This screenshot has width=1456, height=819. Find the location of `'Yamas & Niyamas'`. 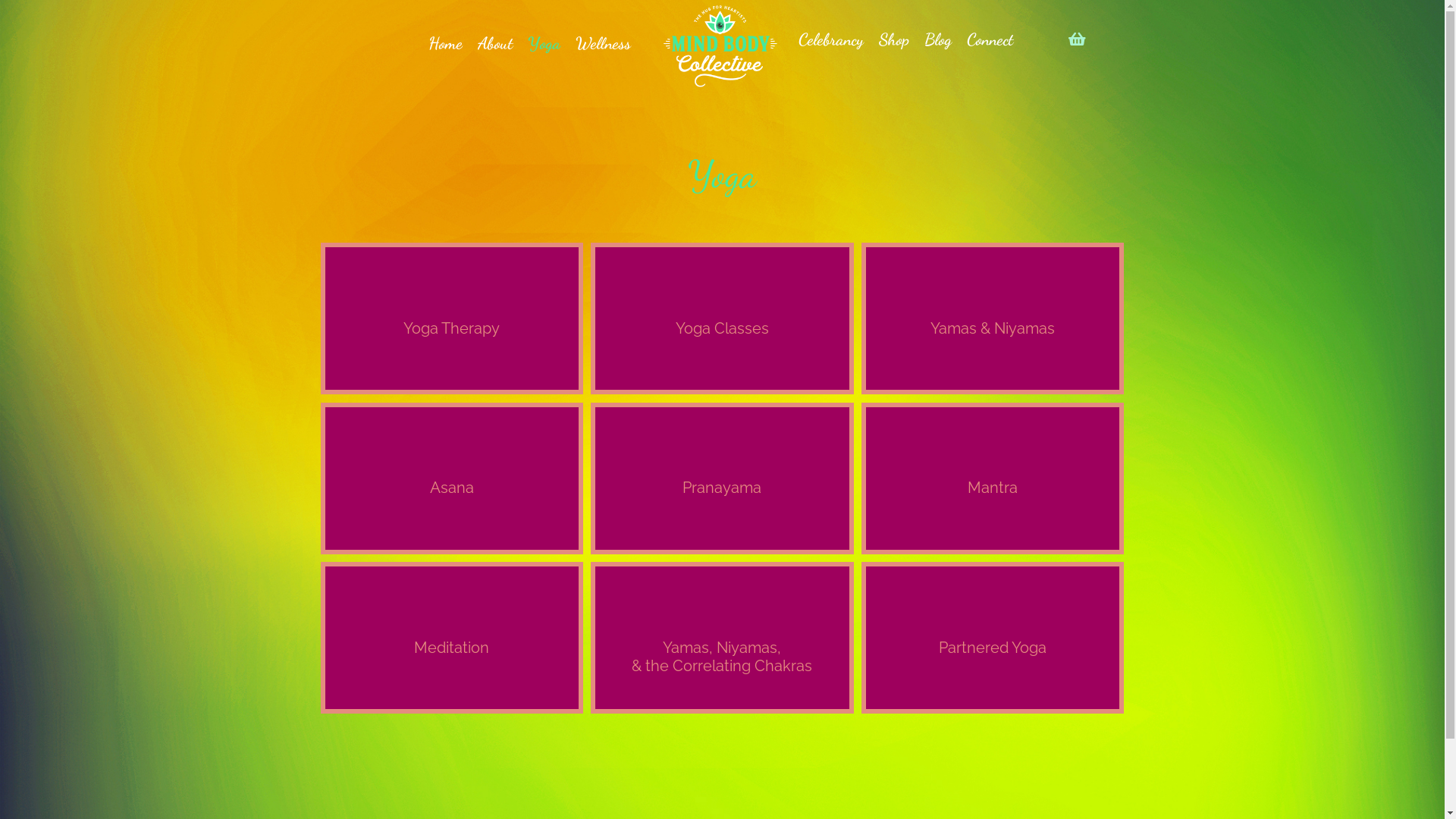

'Yamas & Niyamas' is located at coordinates (993, 318).